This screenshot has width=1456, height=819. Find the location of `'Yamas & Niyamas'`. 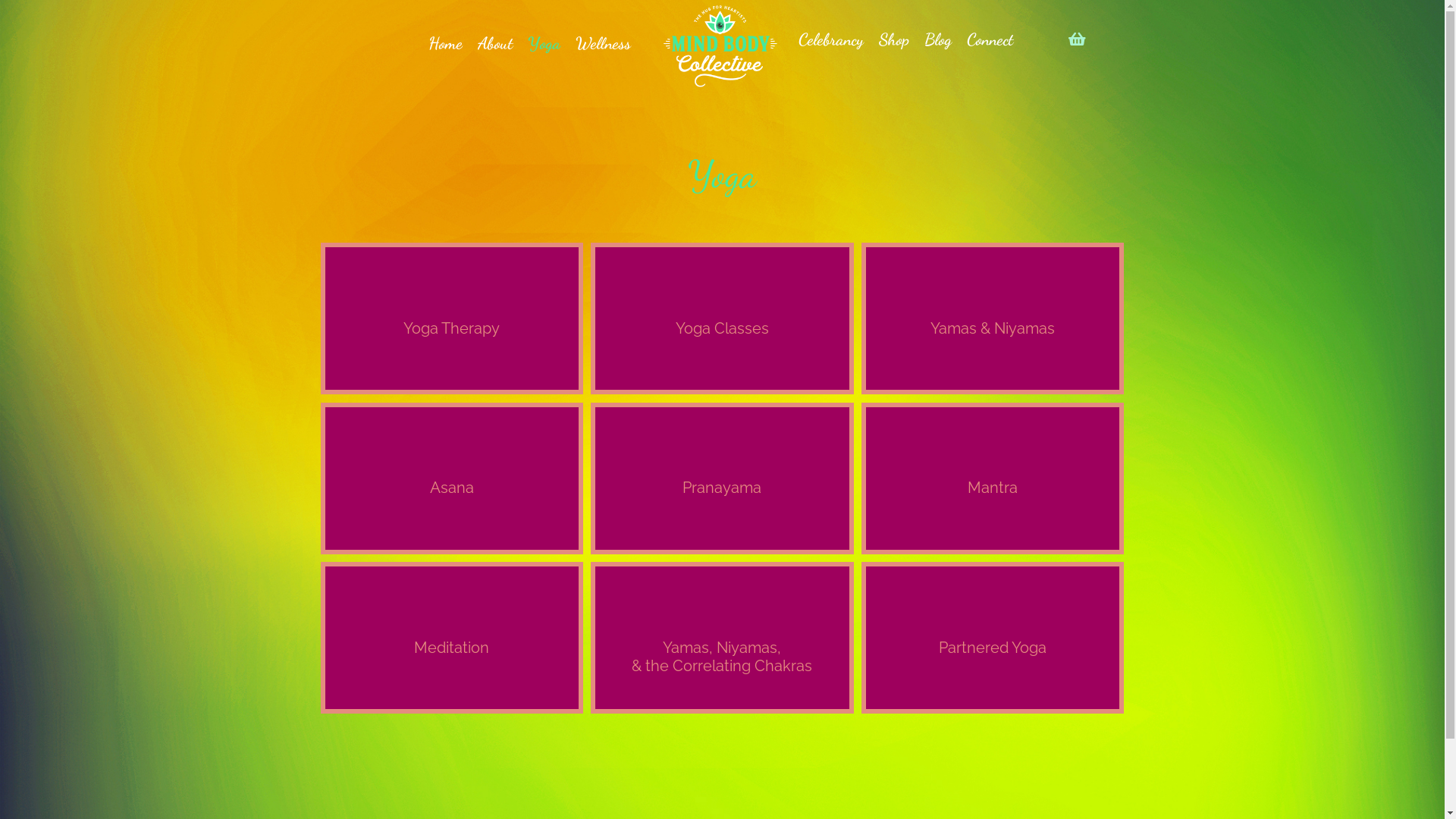

'Yamas & Niyamas' is located at coordinates (993, 318).